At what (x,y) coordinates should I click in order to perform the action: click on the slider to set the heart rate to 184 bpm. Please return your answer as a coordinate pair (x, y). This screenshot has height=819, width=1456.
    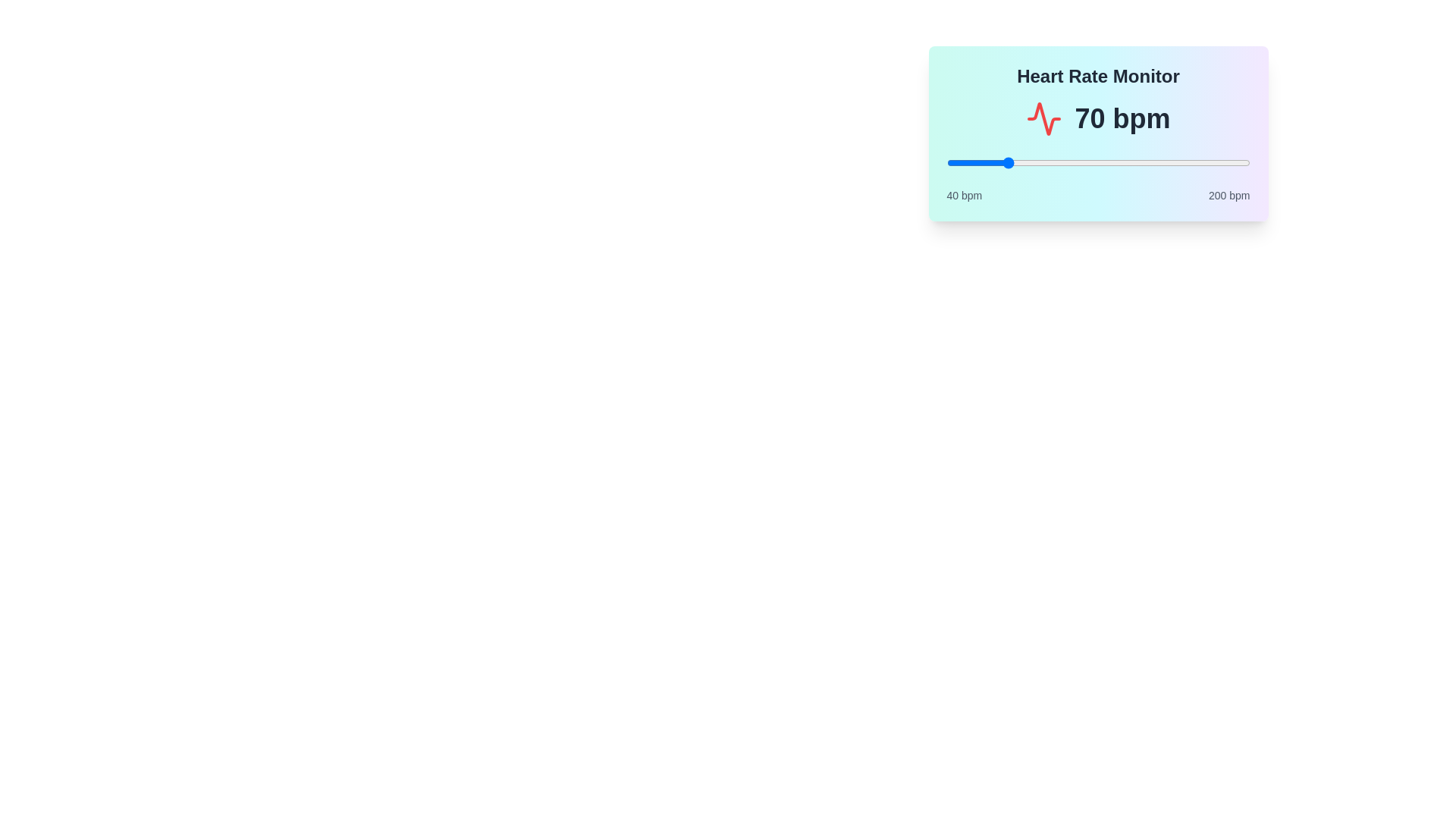
    Looking at the image, I should click on (1219, 163).